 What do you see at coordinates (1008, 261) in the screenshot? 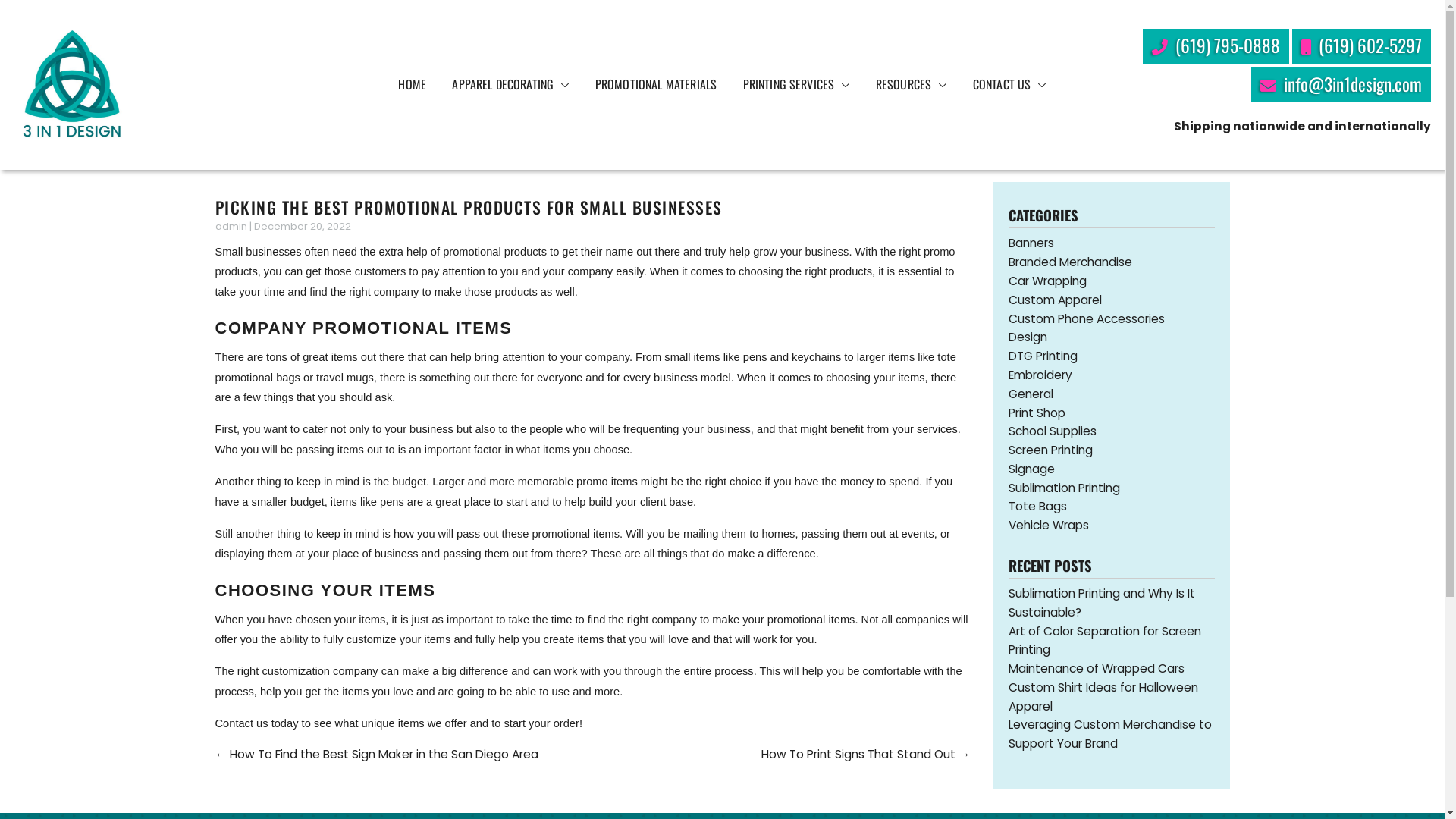
I see `'Branded Merchandise'` at bounding box center [1008, 261].